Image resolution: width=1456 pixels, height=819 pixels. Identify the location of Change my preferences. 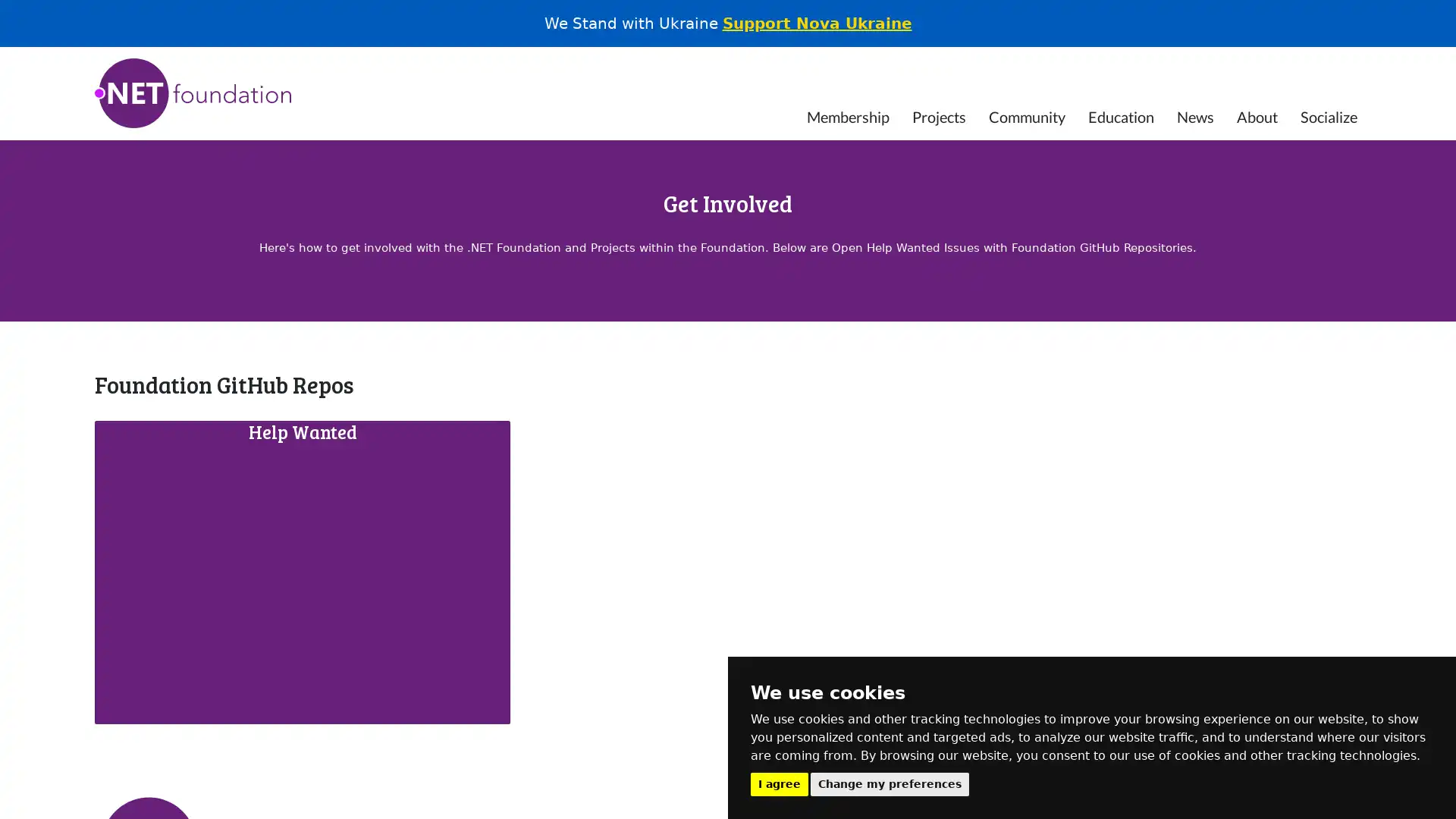
(889, 784).